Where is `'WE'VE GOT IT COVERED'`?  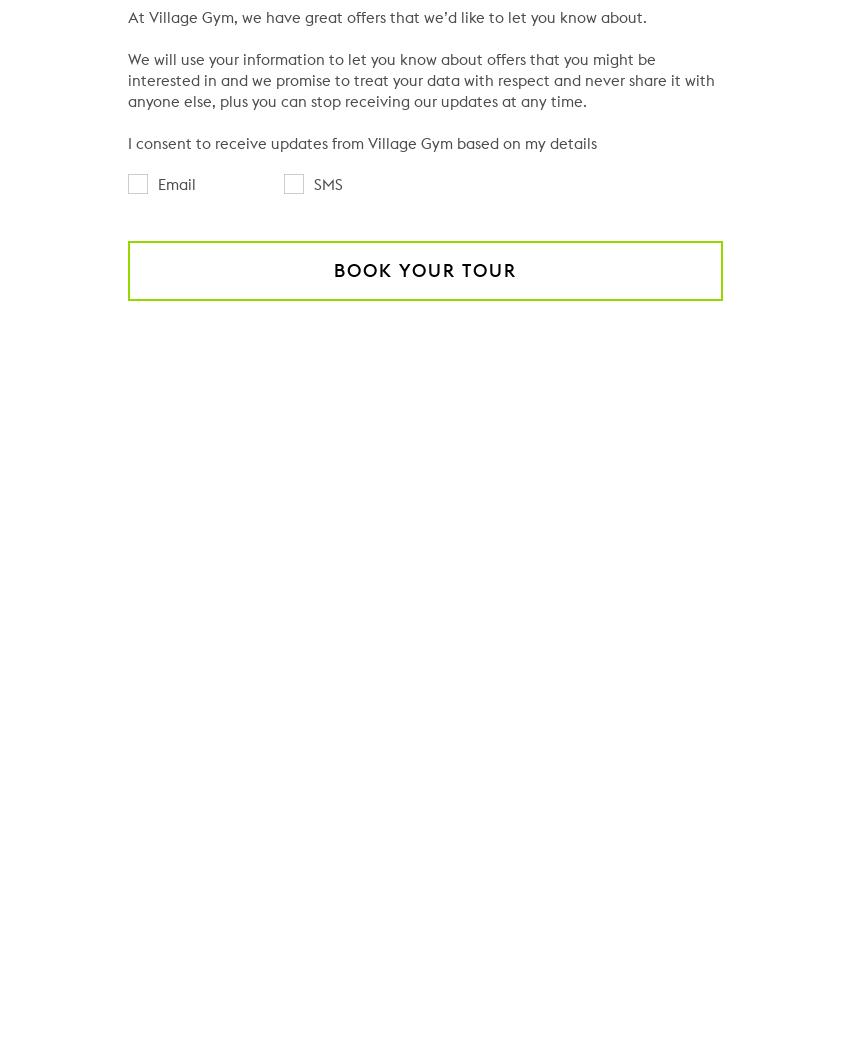
'WE'VE GOT IT COVERED' is located at coordinates (424, 447).